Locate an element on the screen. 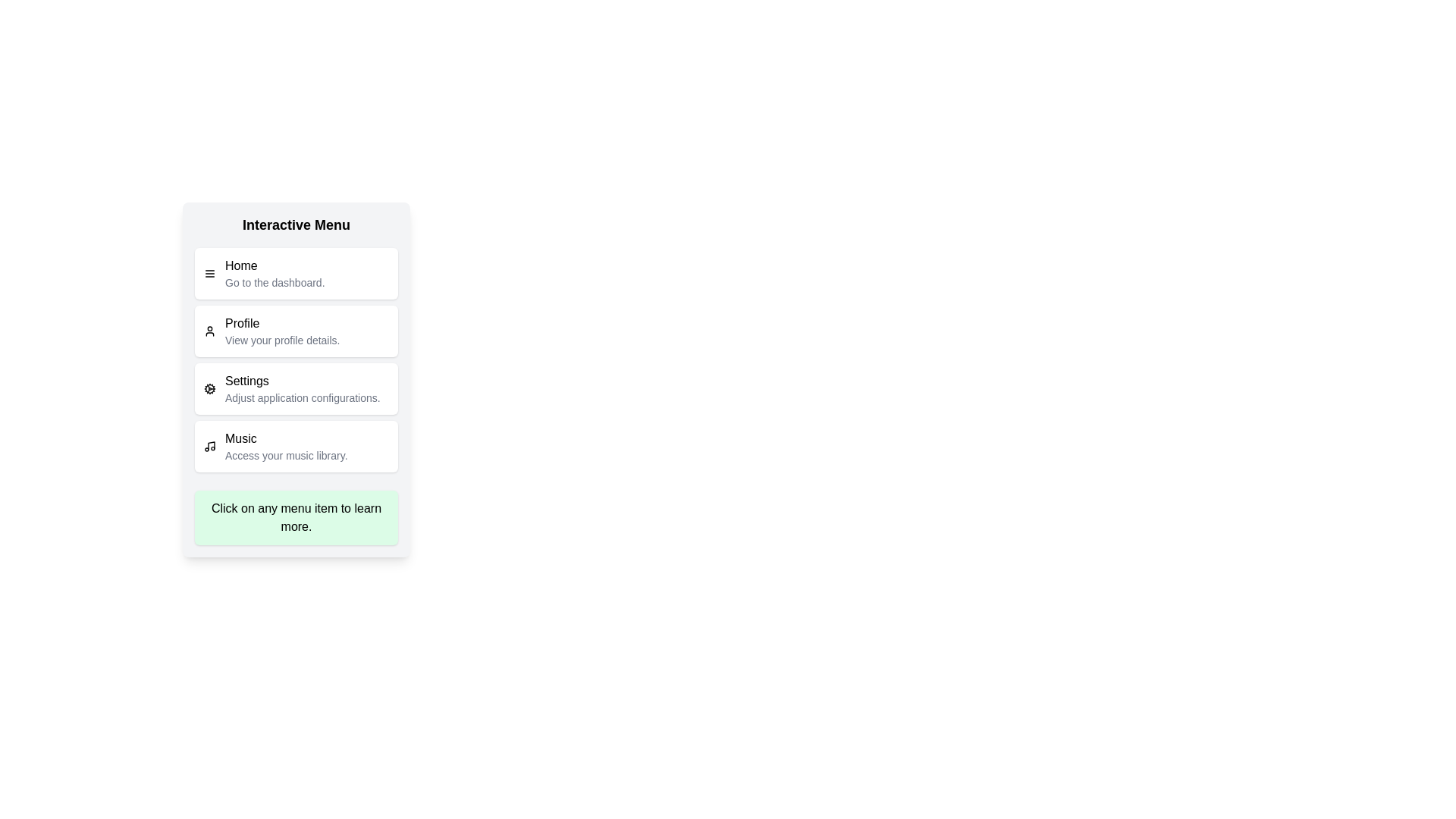 This screenshot has height=819, width=1456. the title of the 'Interactive Menu' for inspection is located at coordinates (296, 225).